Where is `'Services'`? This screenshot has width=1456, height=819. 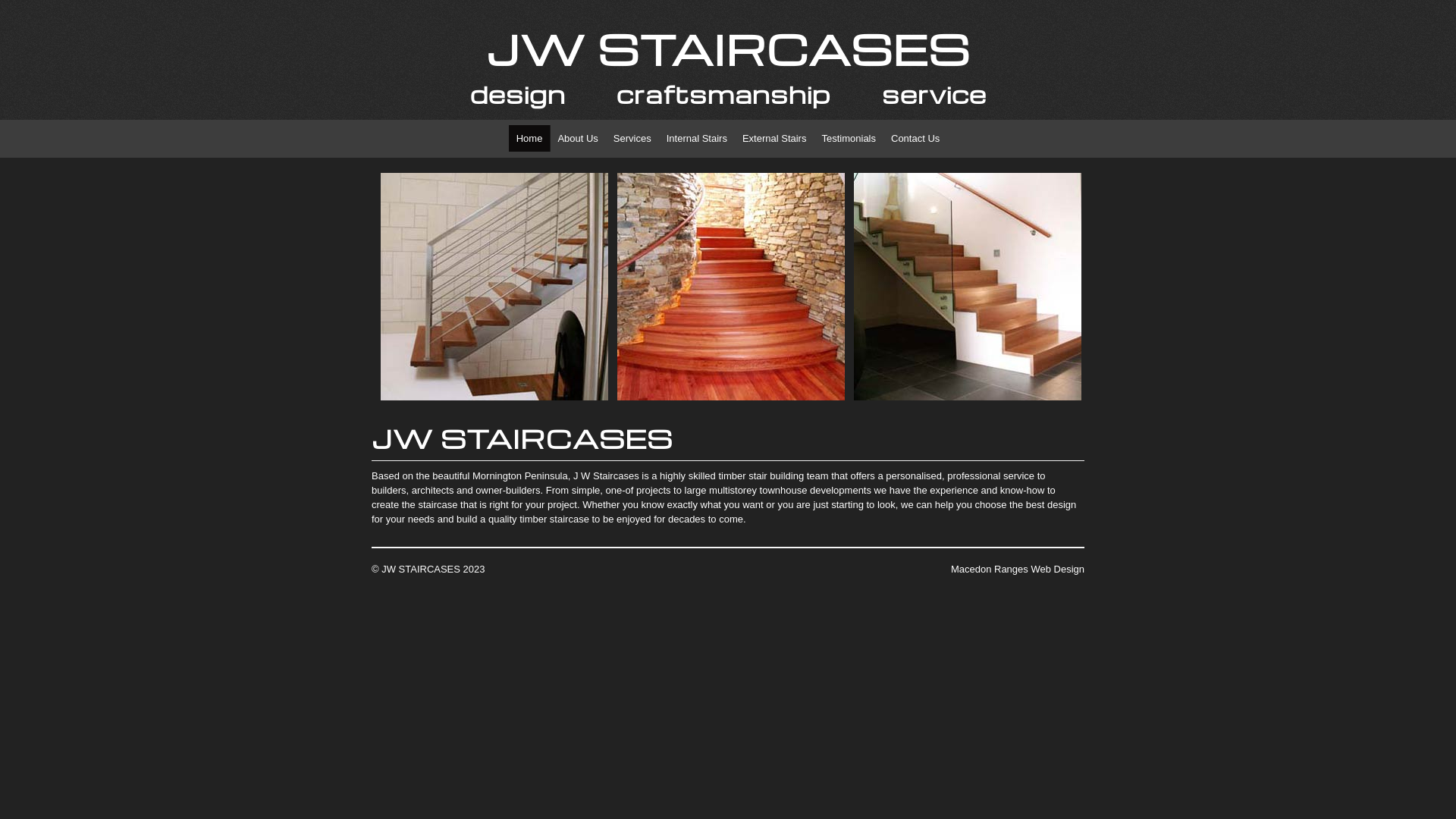 'Services' is located at coordinates (632, 138).